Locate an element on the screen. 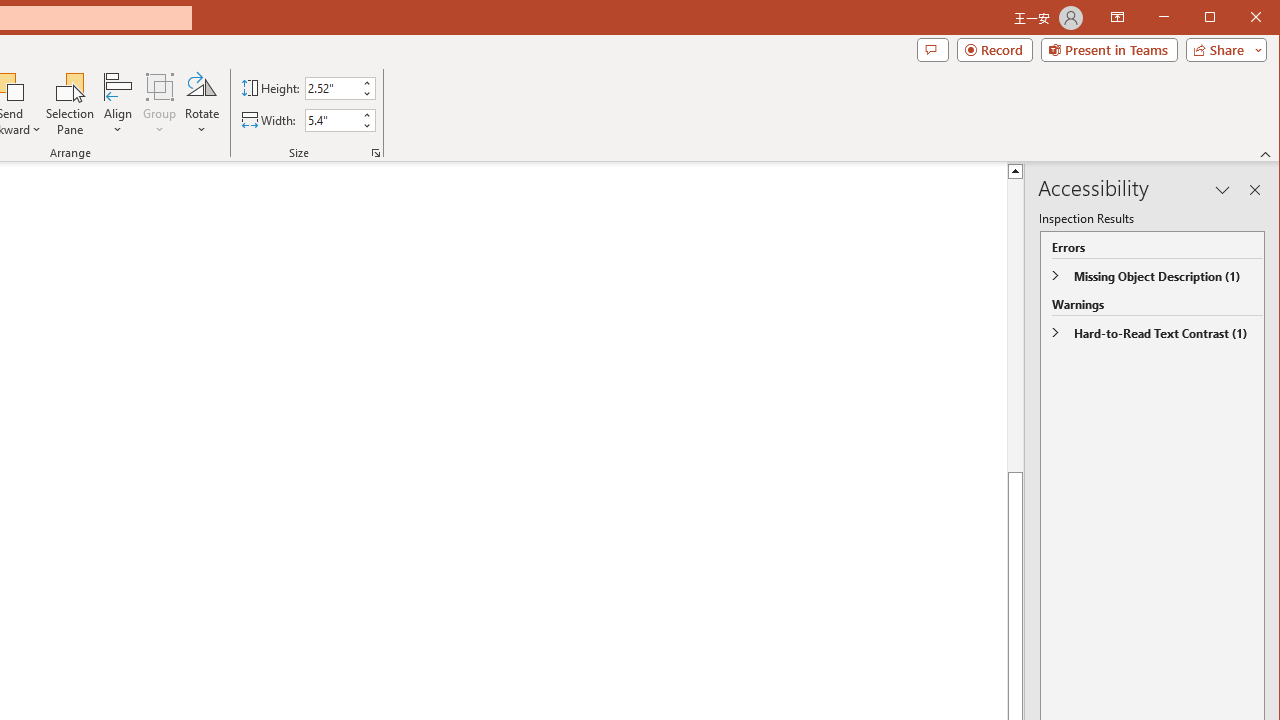 Image resolution: width=1280 pixels, height=720 pixels. 'Selection Pane...' is located at coordinates (70, 104).